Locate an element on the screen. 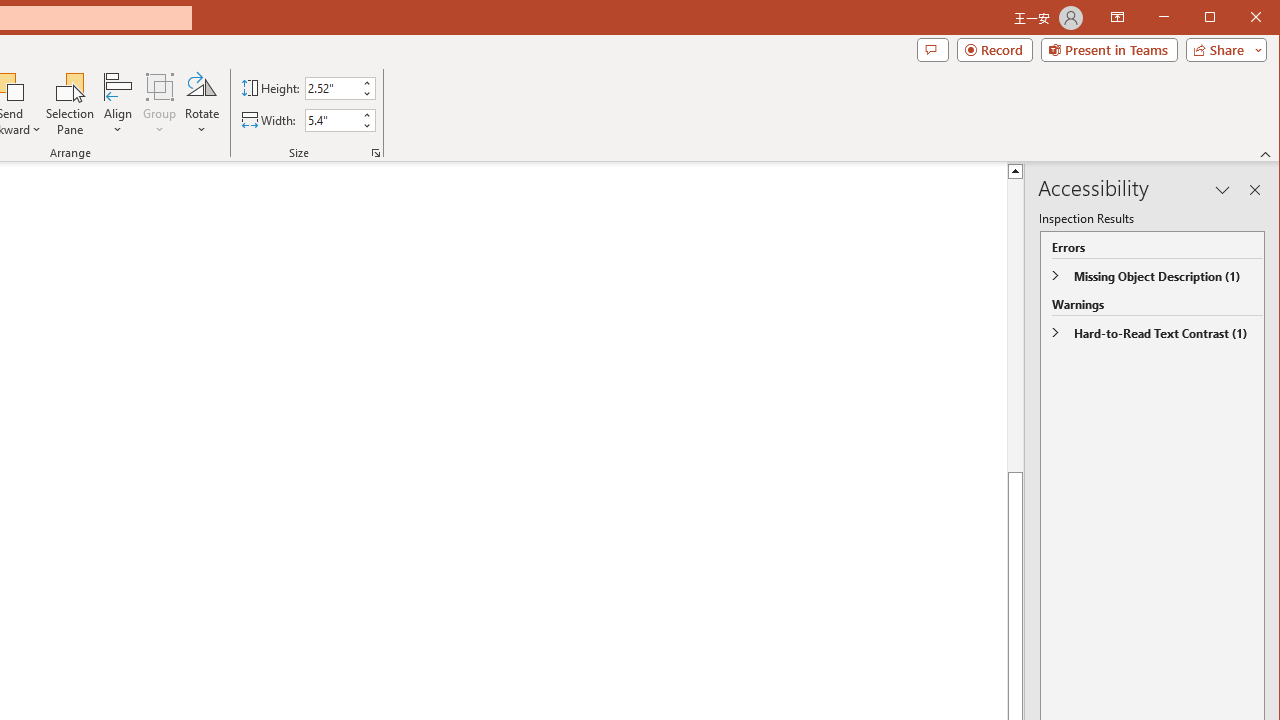 Image resolution: width=1280 pixels, height=720 pixels. 'Selection Pane...' is located at coordinates (70, 104).